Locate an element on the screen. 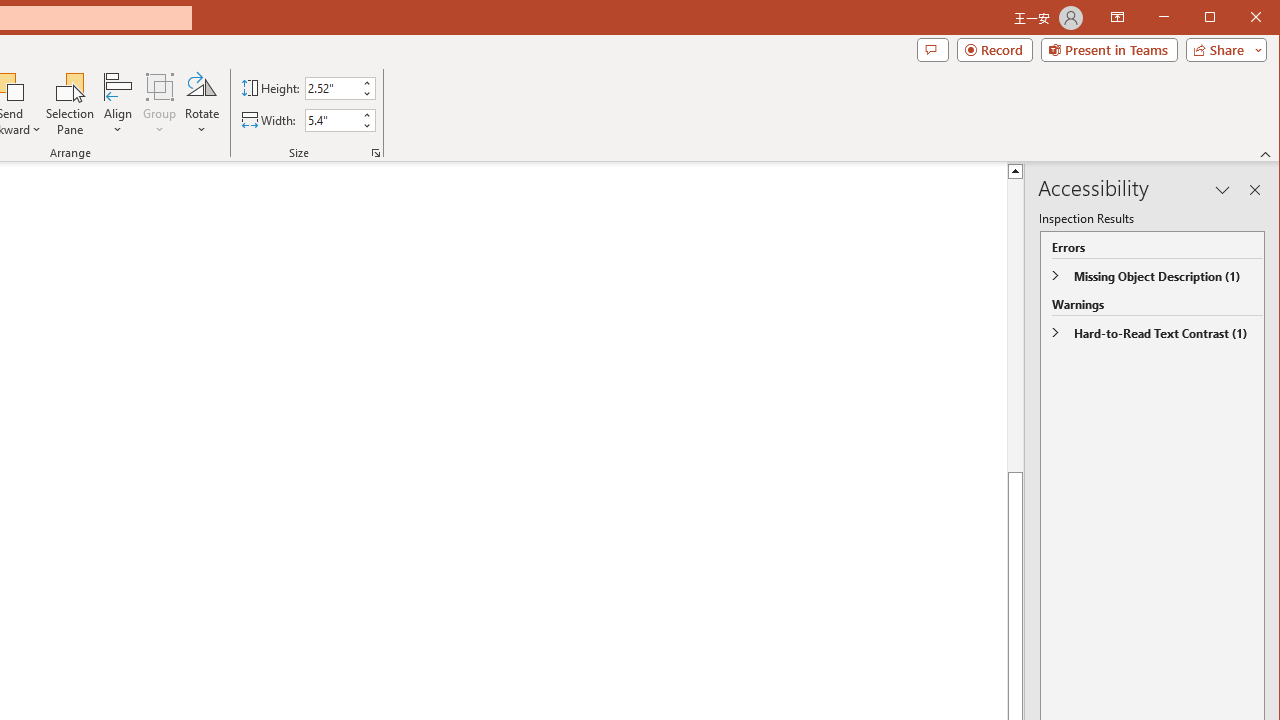 Image resolution: width=1280 pixels, height=720 pixels. 'Selection Pane...' is located at coordinates (70, 104).